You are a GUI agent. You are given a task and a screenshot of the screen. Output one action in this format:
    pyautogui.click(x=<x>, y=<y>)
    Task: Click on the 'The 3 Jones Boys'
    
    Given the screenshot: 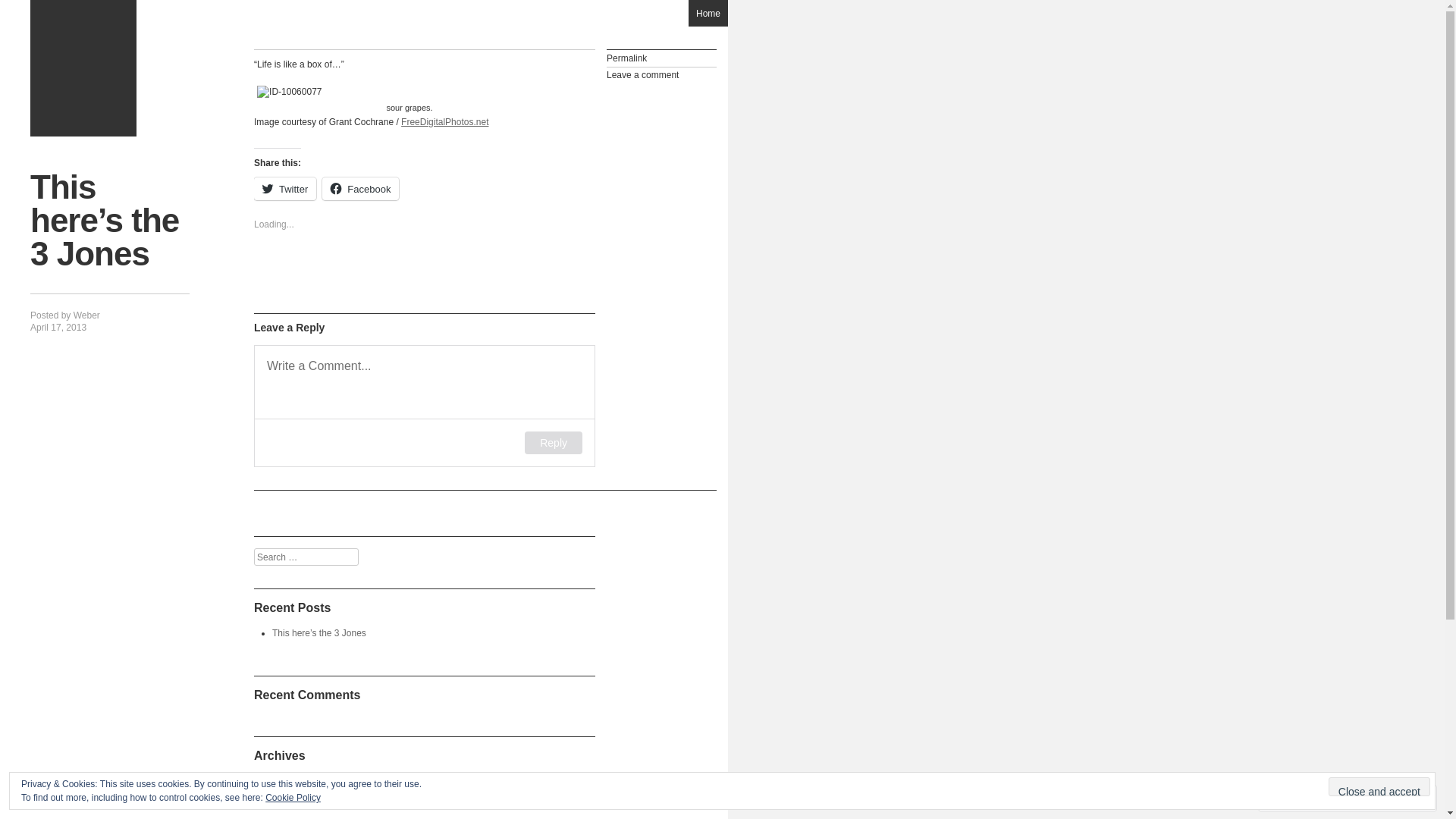 What is the action you would take?
    pyautogui.click(x=83, y=67)
    